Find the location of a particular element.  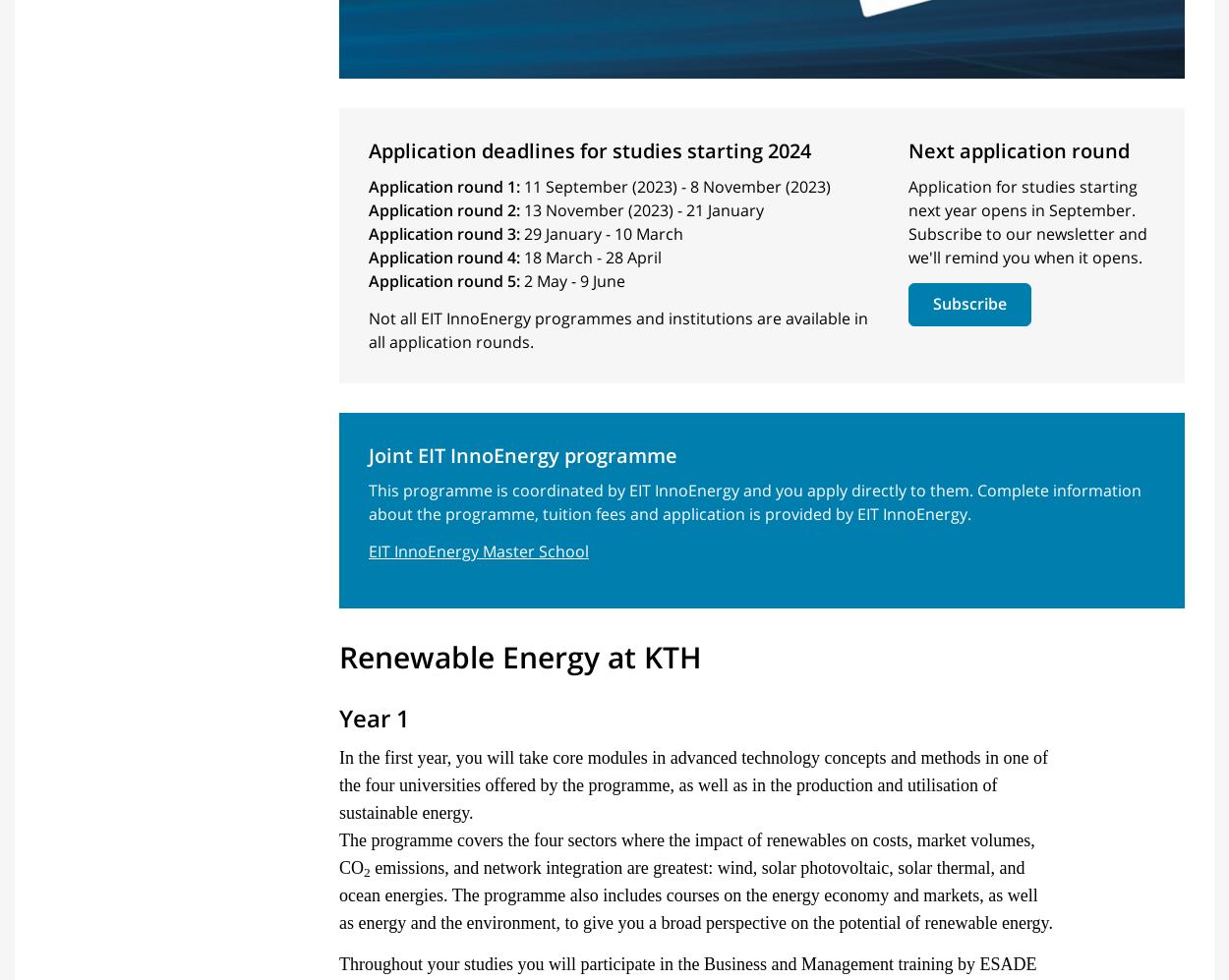

'Introduction' is located at coordinates (385, 146).